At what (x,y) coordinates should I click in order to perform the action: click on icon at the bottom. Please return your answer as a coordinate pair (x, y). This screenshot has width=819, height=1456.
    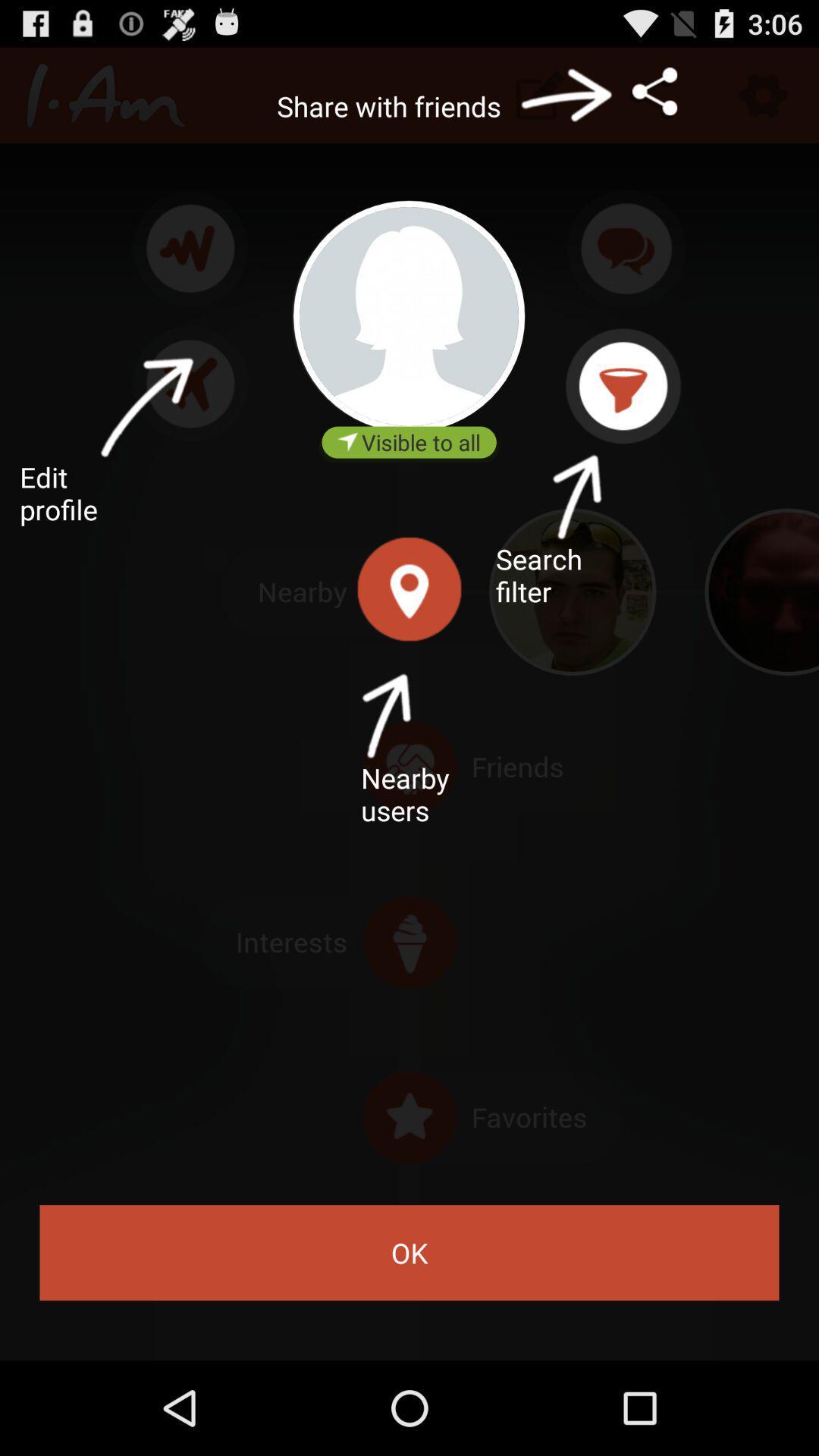
    Looking at the image, I should click on (409, 1253).